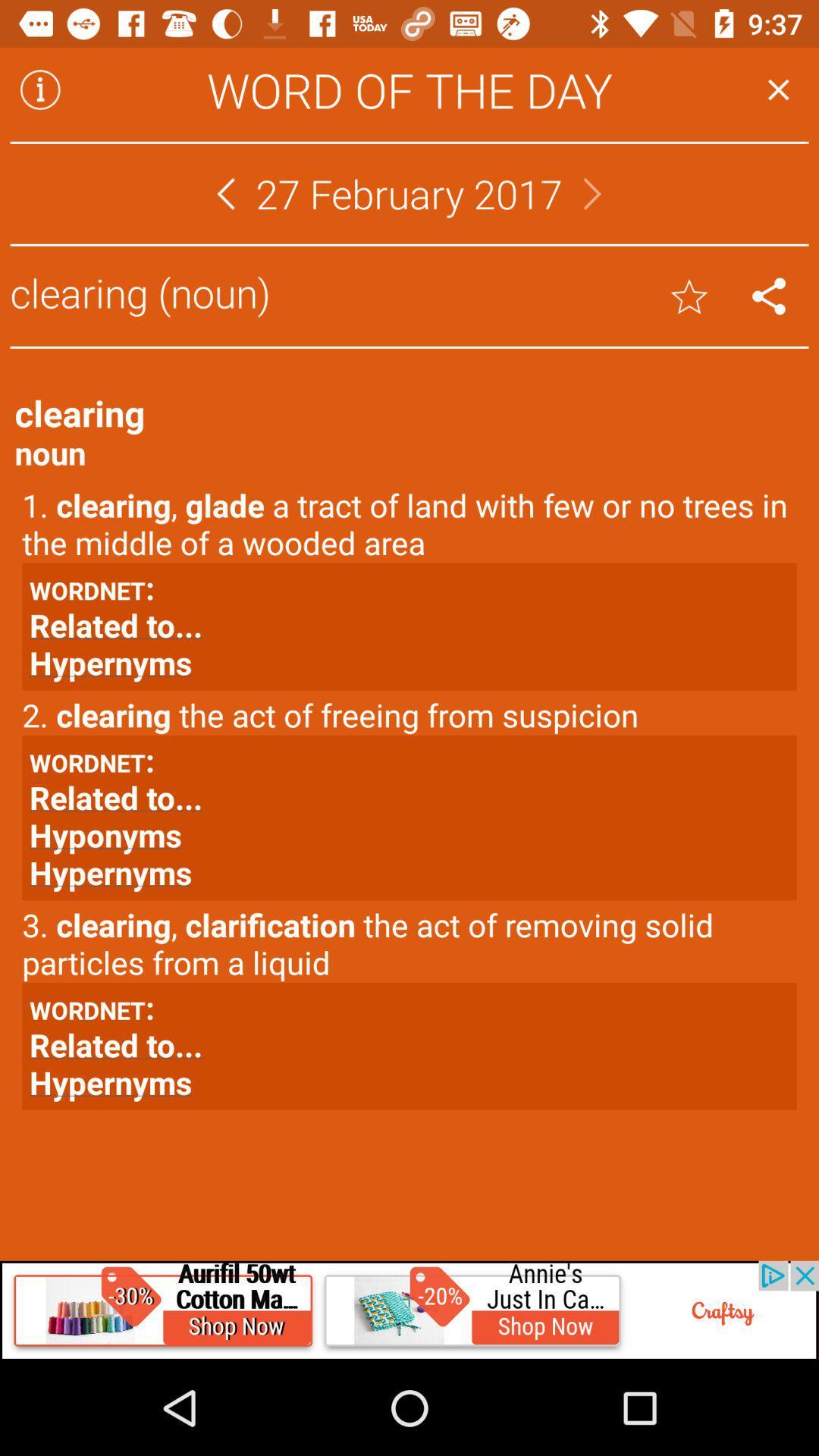 The width and height of the screenshot is (819, 1456). I want to click on clear button, so click(769, 296).